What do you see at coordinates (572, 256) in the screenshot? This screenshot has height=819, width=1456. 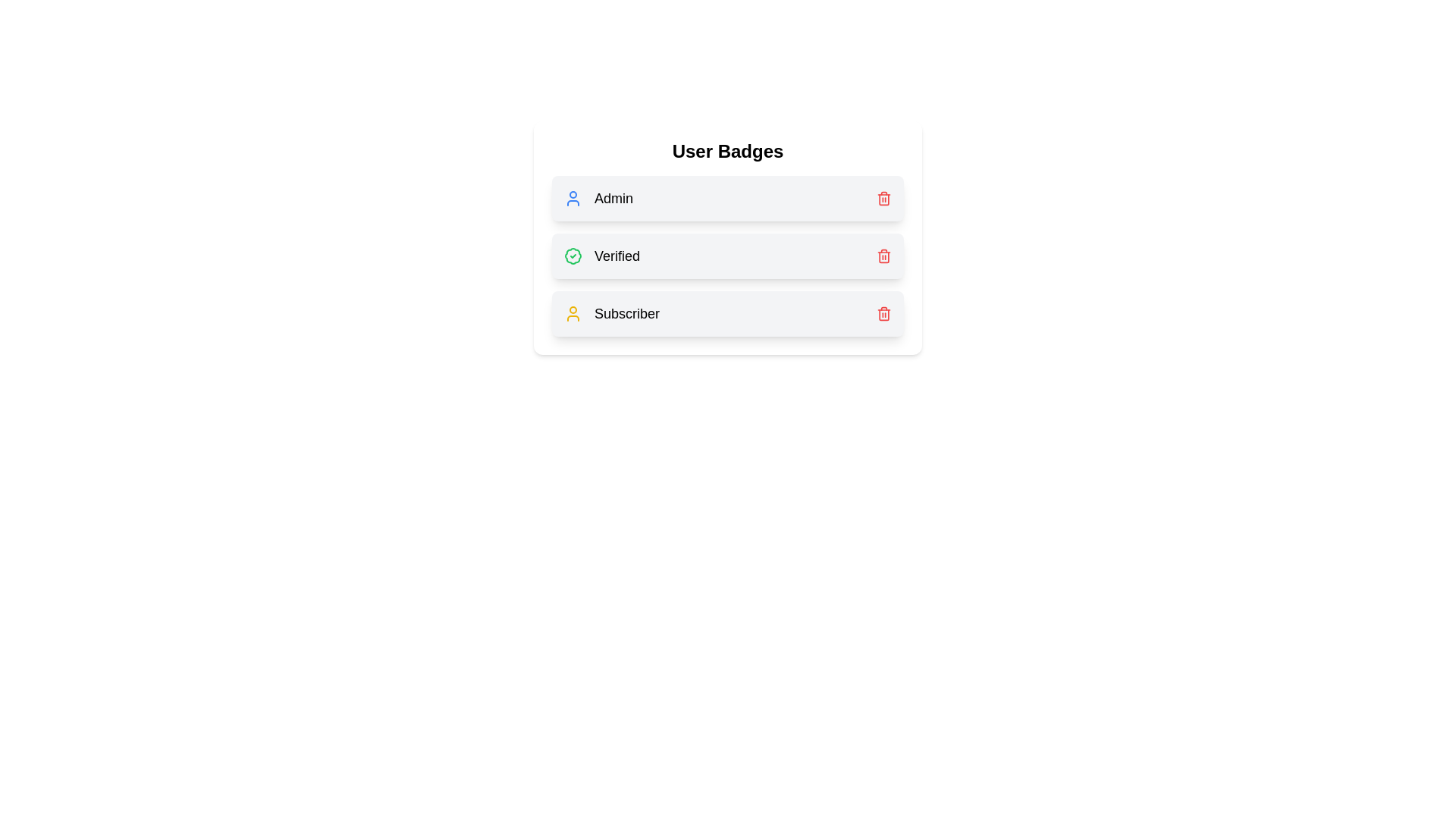 I see `the badge icon for Verified` at bounding box center [572, 256].